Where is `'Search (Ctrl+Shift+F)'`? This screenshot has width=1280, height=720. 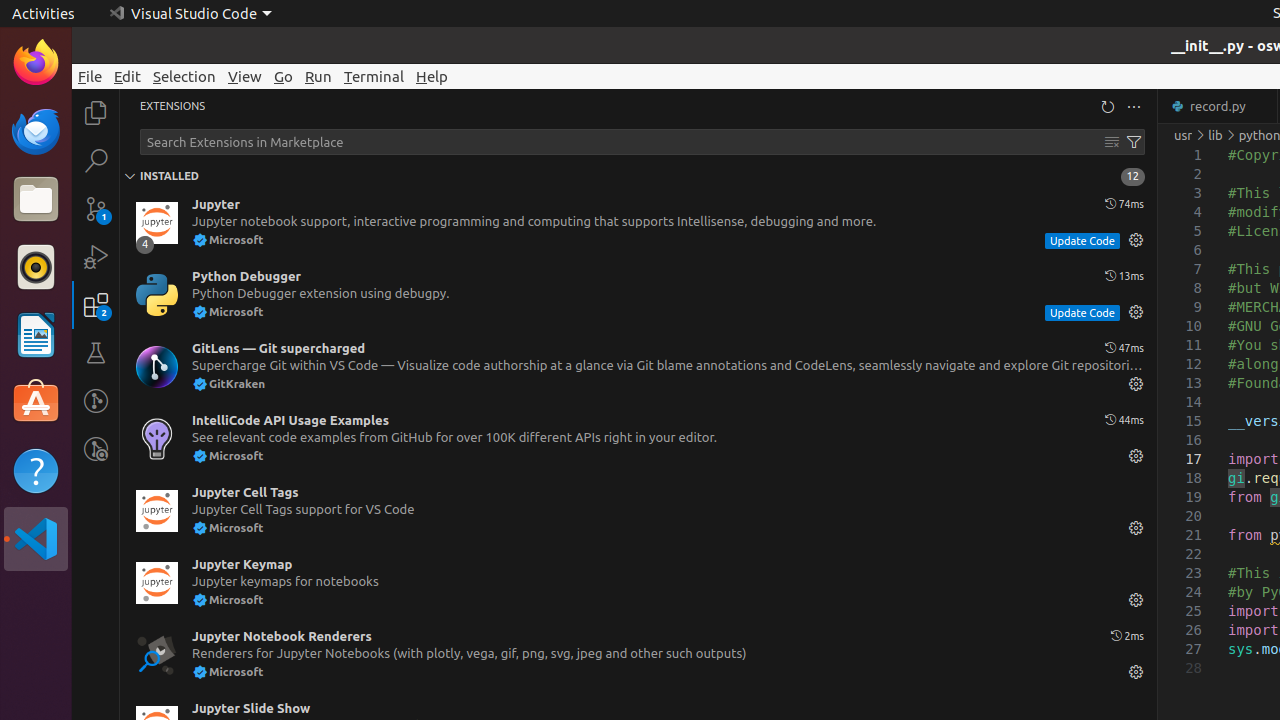
'Search (Ctrl+Shift+F)' is located at coordinates (95, 159).